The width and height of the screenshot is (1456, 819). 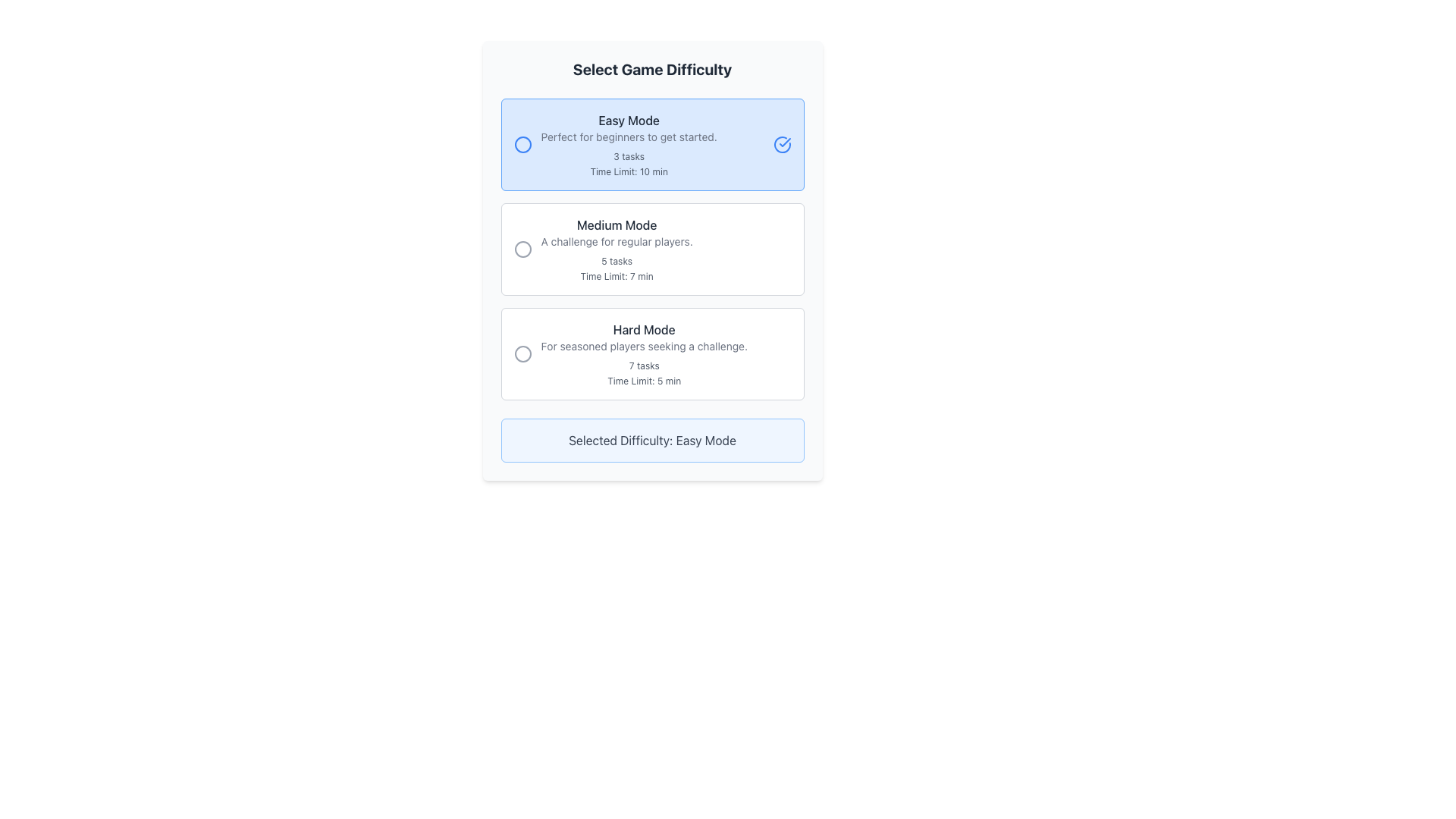 I want to click on the Circular graphical indicator located to the left of the 'Easy Mode' text in the uppermost card within the selection menu panel, so click(x=522, y=145).